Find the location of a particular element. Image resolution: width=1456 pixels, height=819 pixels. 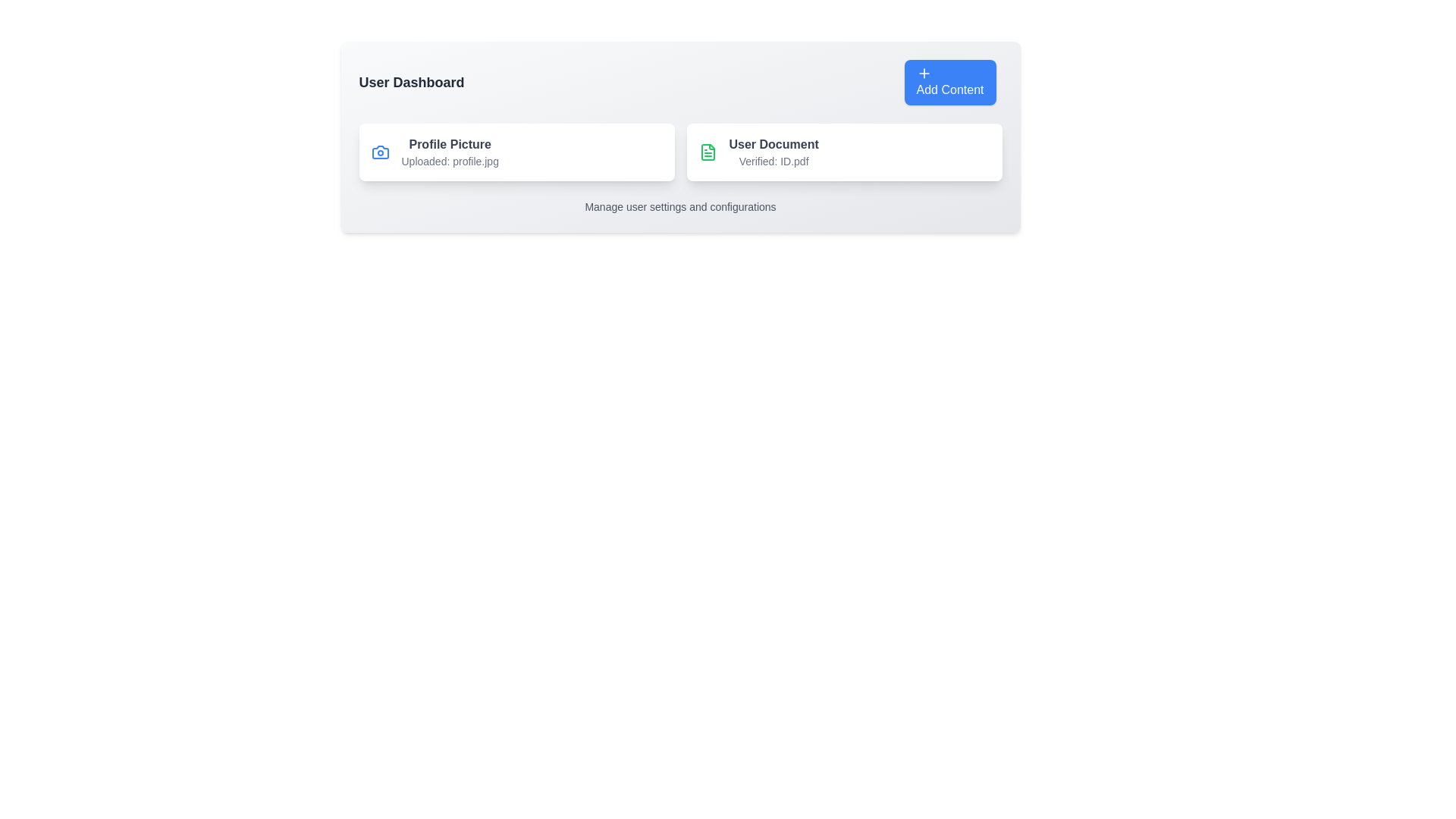

the Static text label that acts as a title for the user document section in the User Dashboard interface, positioned above 'Verified: ID.pdf.' is located at coordinates (773, 145).